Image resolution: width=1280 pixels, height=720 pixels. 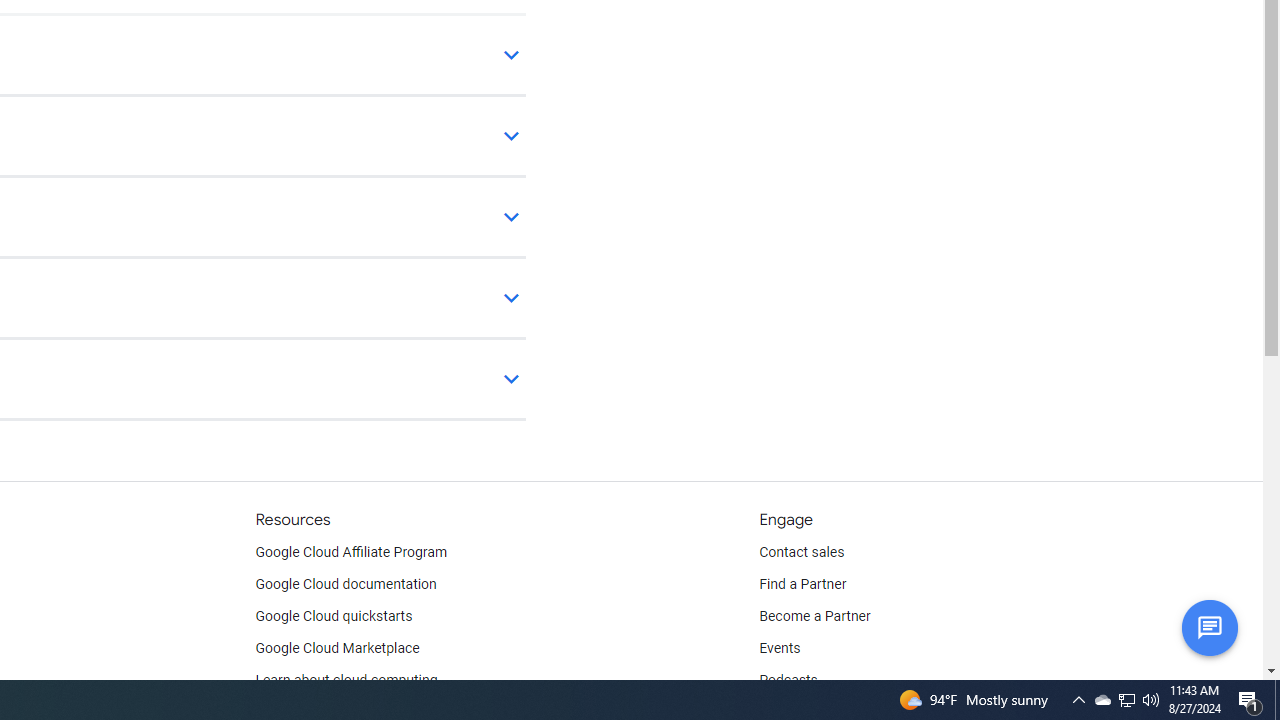 I want to click on 'Google Cloud documentation', so click(x=345, y=585).